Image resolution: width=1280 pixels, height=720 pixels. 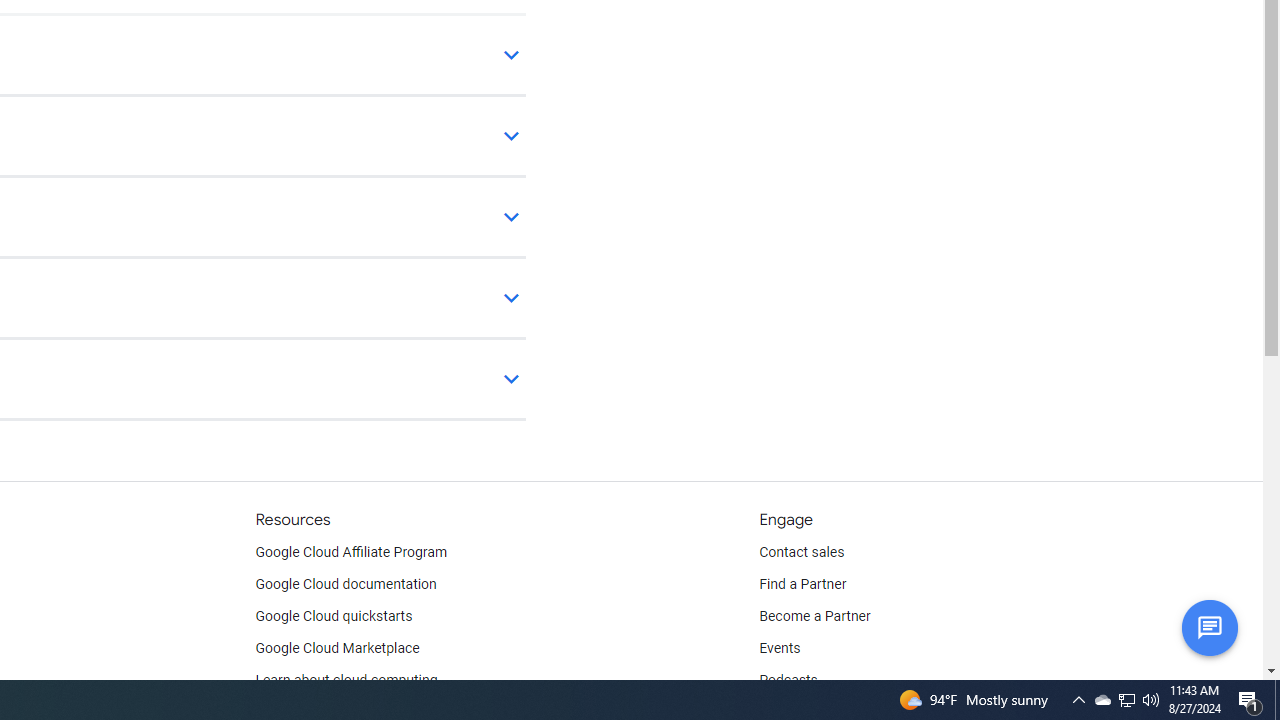 I want to click on 'Google Cloud documentation', so click(x=345, y=585).